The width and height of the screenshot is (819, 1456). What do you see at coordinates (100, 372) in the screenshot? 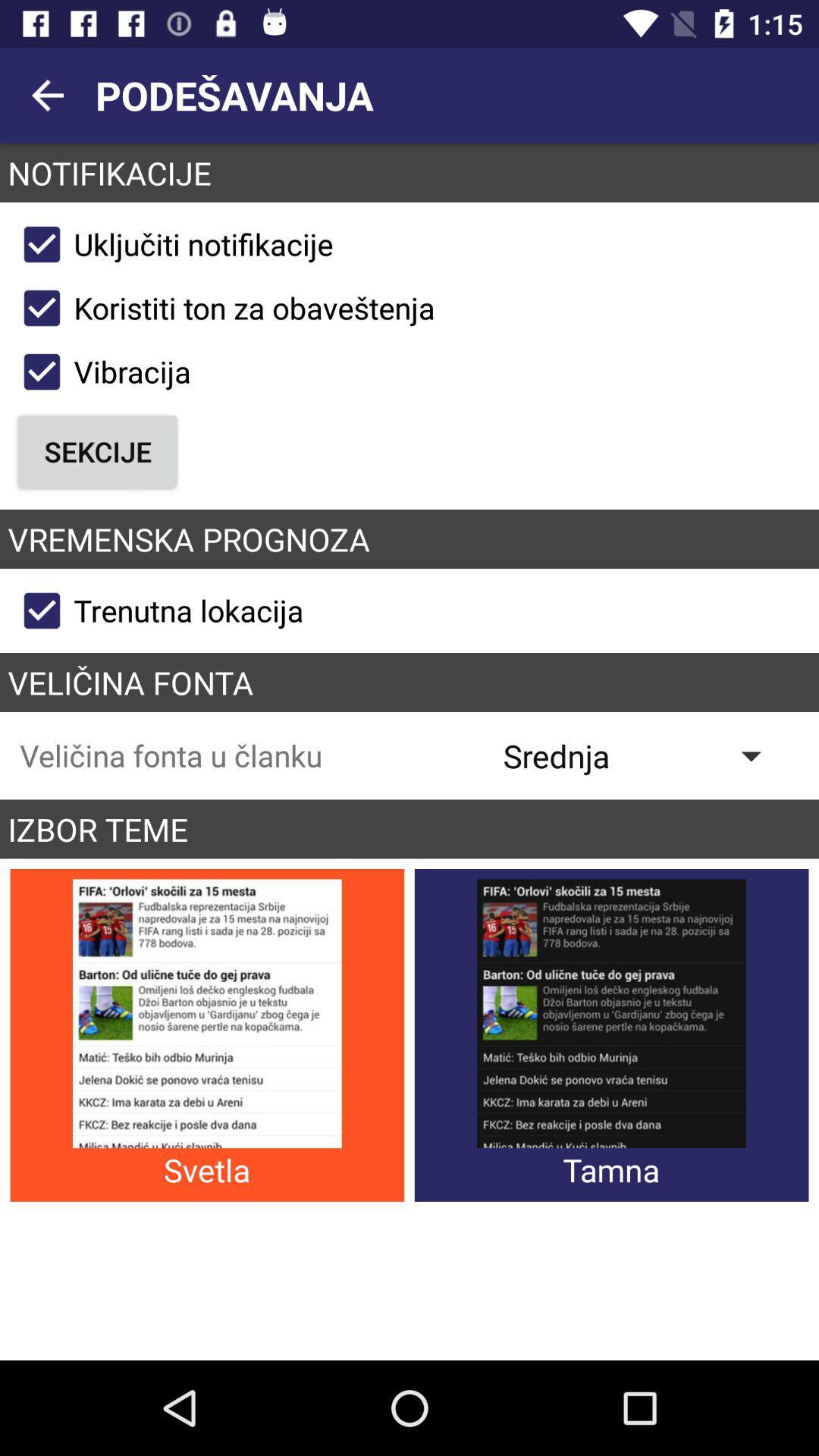
I see `vibracija item` at bounding box center [100, 372].